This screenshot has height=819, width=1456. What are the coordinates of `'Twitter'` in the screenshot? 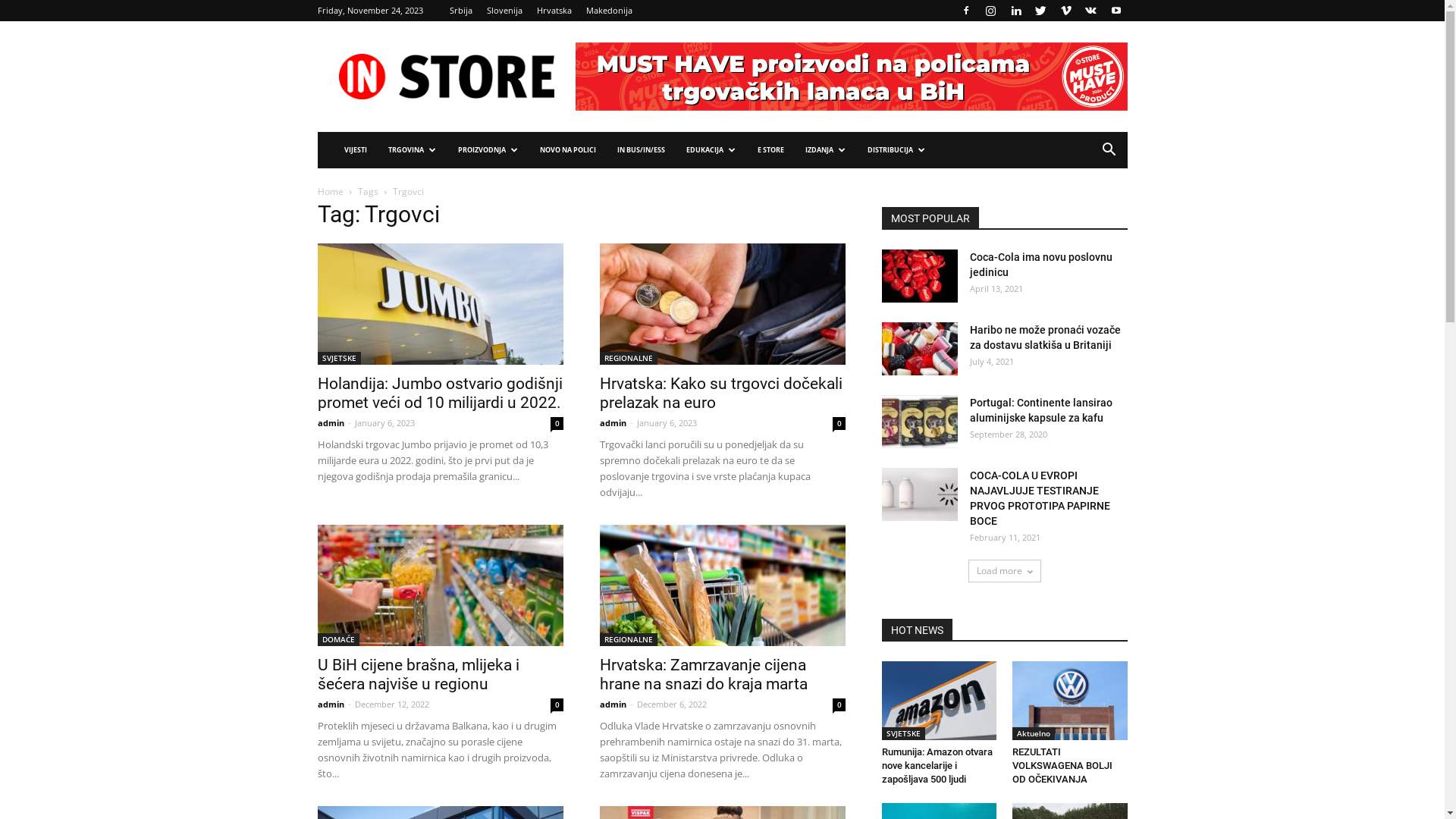 It's located at (1040, 11).